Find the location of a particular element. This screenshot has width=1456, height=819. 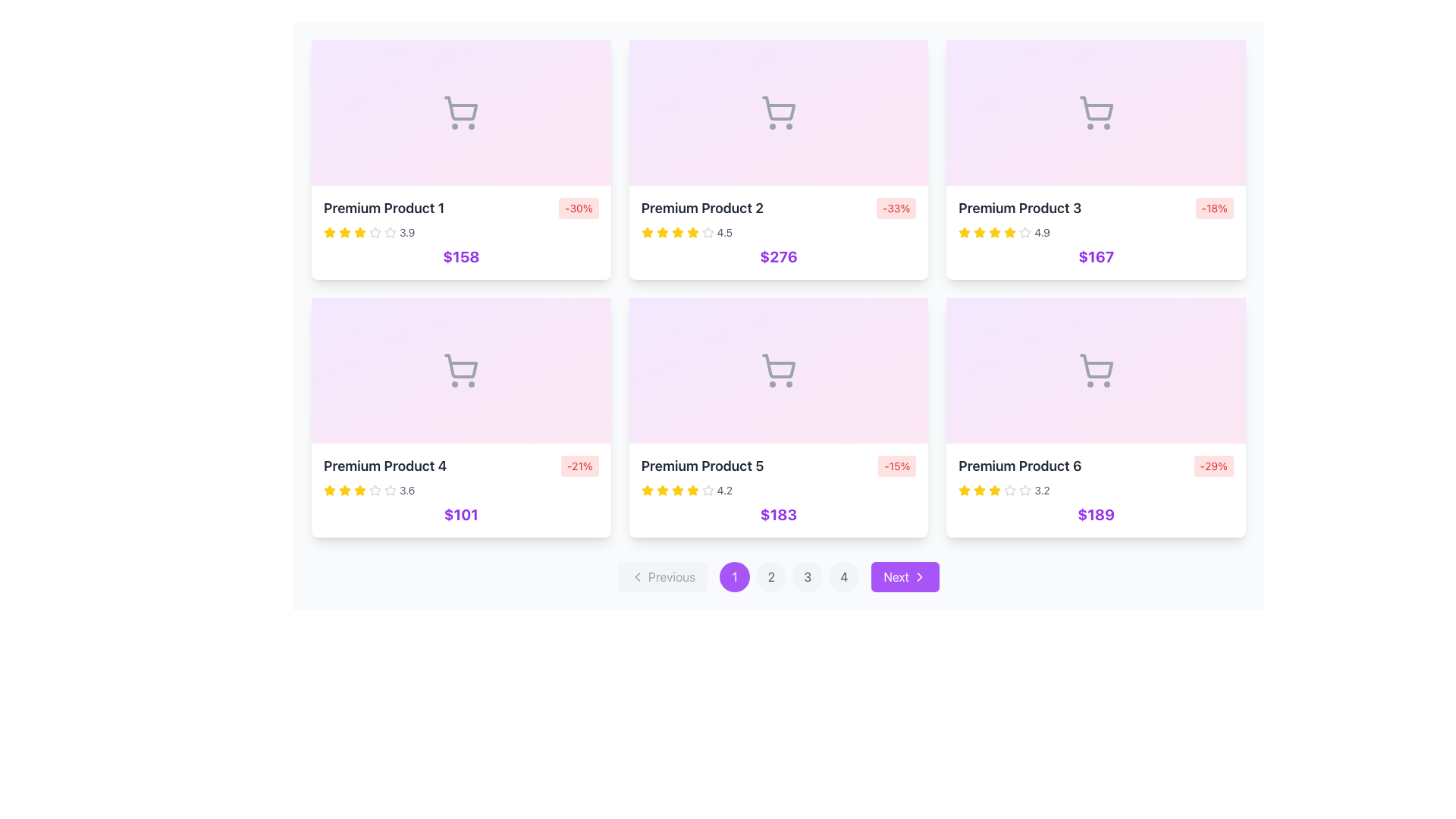

the third star icon in the 5-star rating system displayed beneath the 'Premium Product 6' information card is located at coordinates (980, 491).